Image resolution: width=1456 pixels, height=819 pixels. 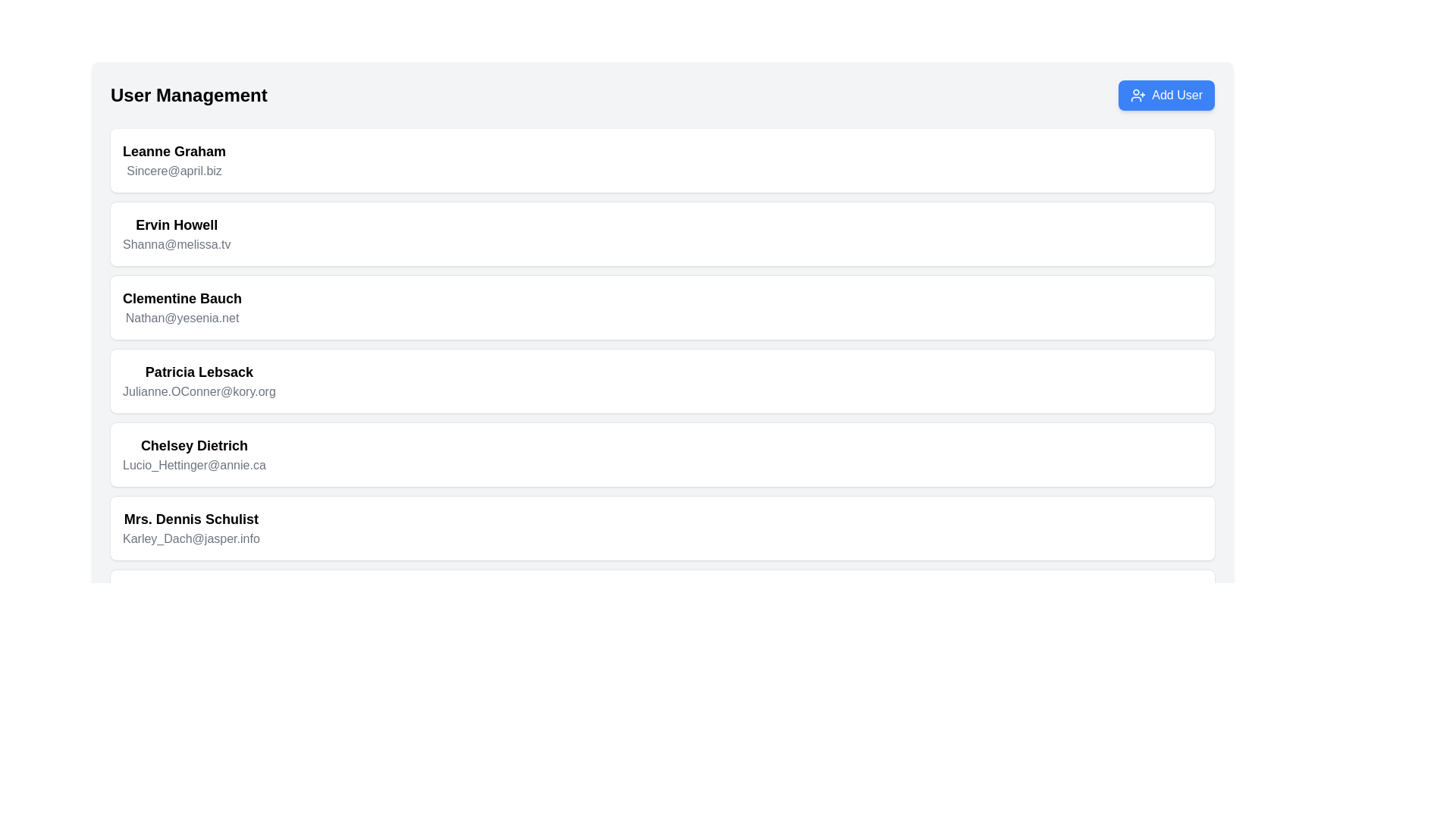 What do you see at coordinates (177, 244) in the screenshot?
I see `email address displayed in the text label below the name 'Ervin Howell' in the user card` at bounding box center [177, 244].